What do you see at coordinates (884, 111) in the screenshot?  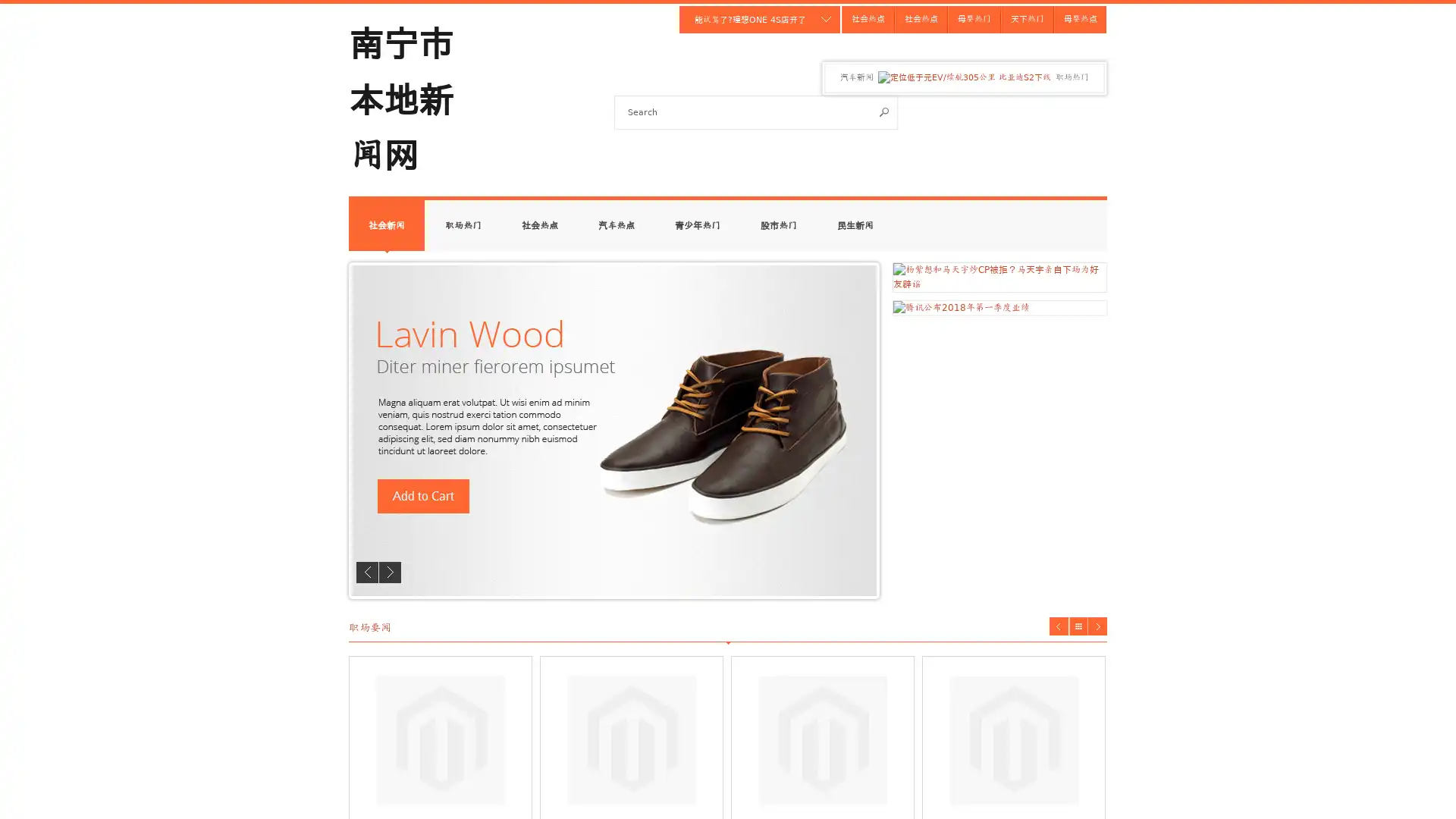 I see `Search` at bounding box center [884, 111].